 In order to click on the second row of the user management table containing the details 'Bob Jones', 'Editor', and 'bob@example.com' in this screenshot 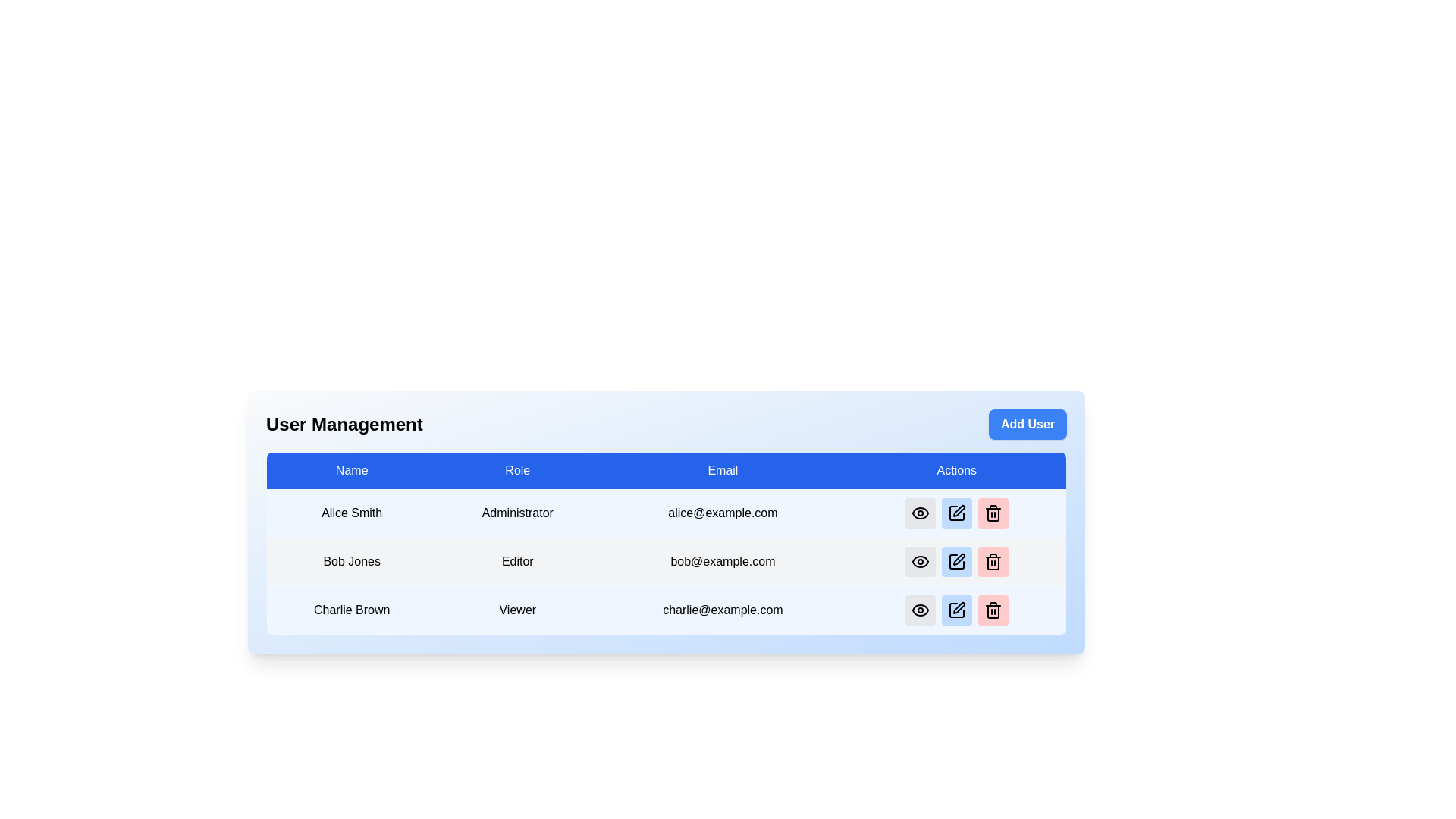, I will do `click(666, 561)`.